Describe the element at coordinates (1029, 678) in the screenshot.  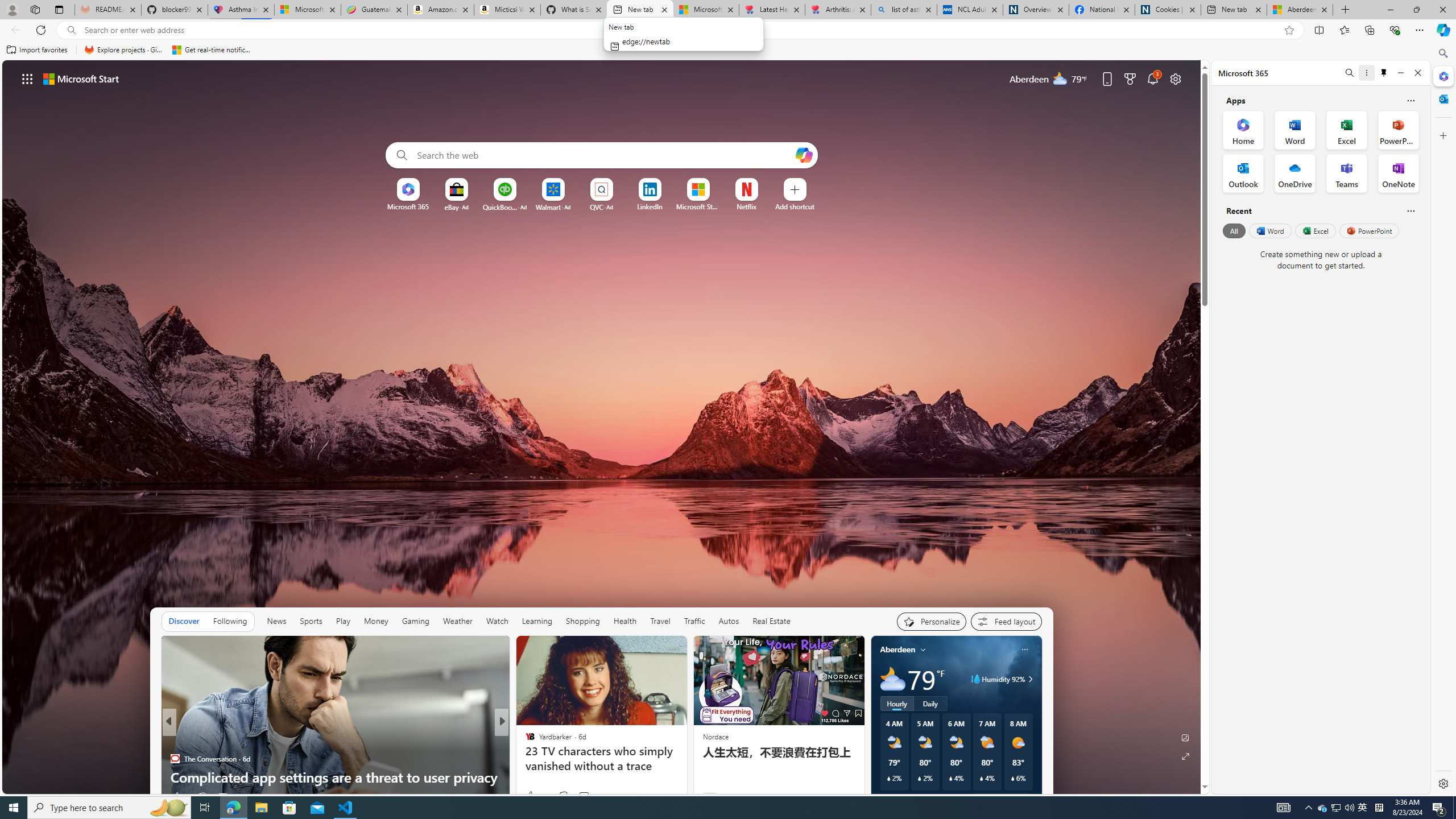
I see `'Class: weather-arrow-glyph'` at that location.